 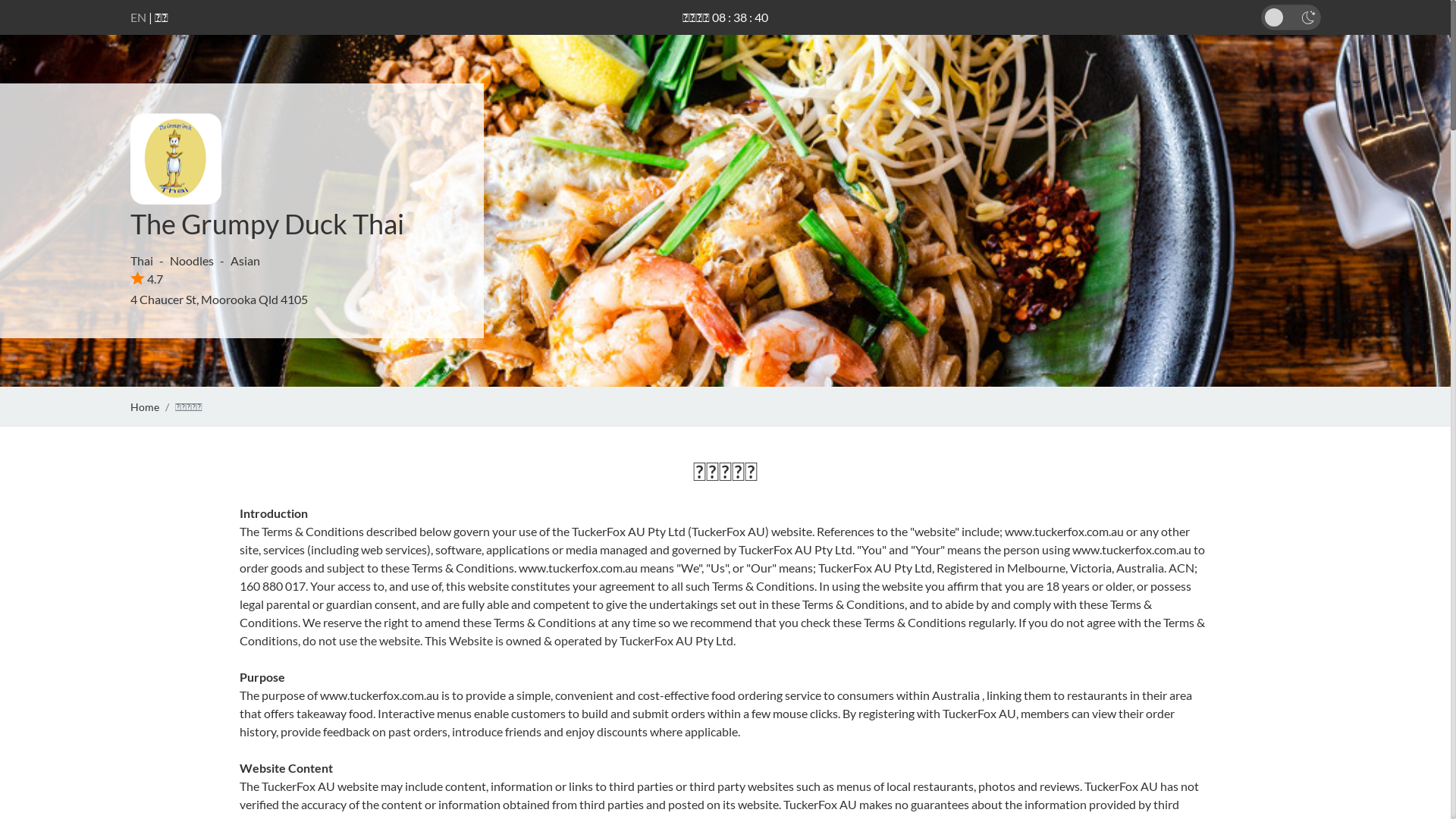 I want to click on '4.7', so click(x=130, y=278).